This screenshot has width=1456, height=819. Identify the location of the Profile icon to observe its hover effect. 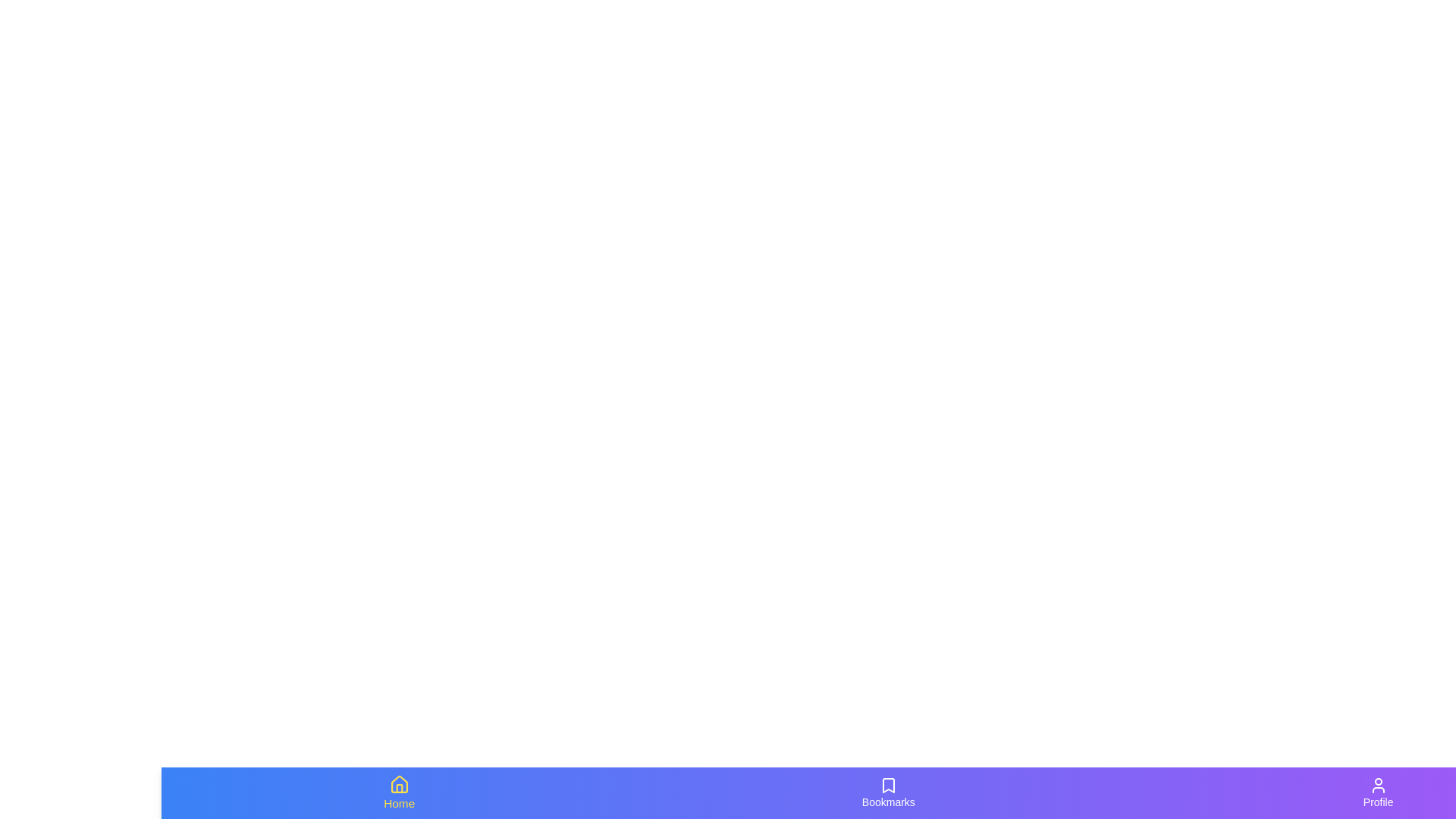
(1379, 792).